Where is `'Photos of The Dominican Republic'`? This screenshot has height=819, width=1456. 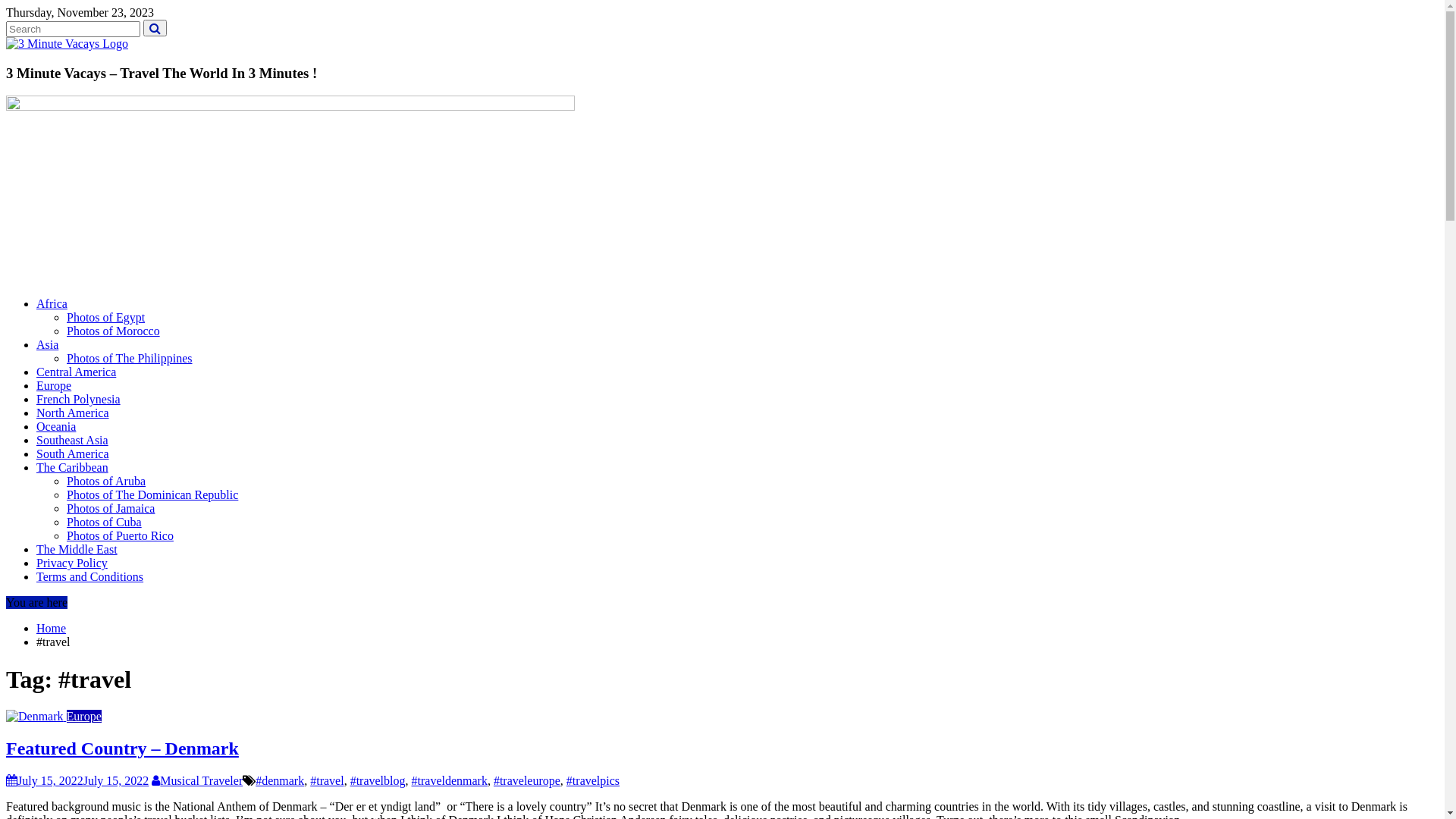 'Photos of The Dominican Republic' is located at coordinates (152, 494).